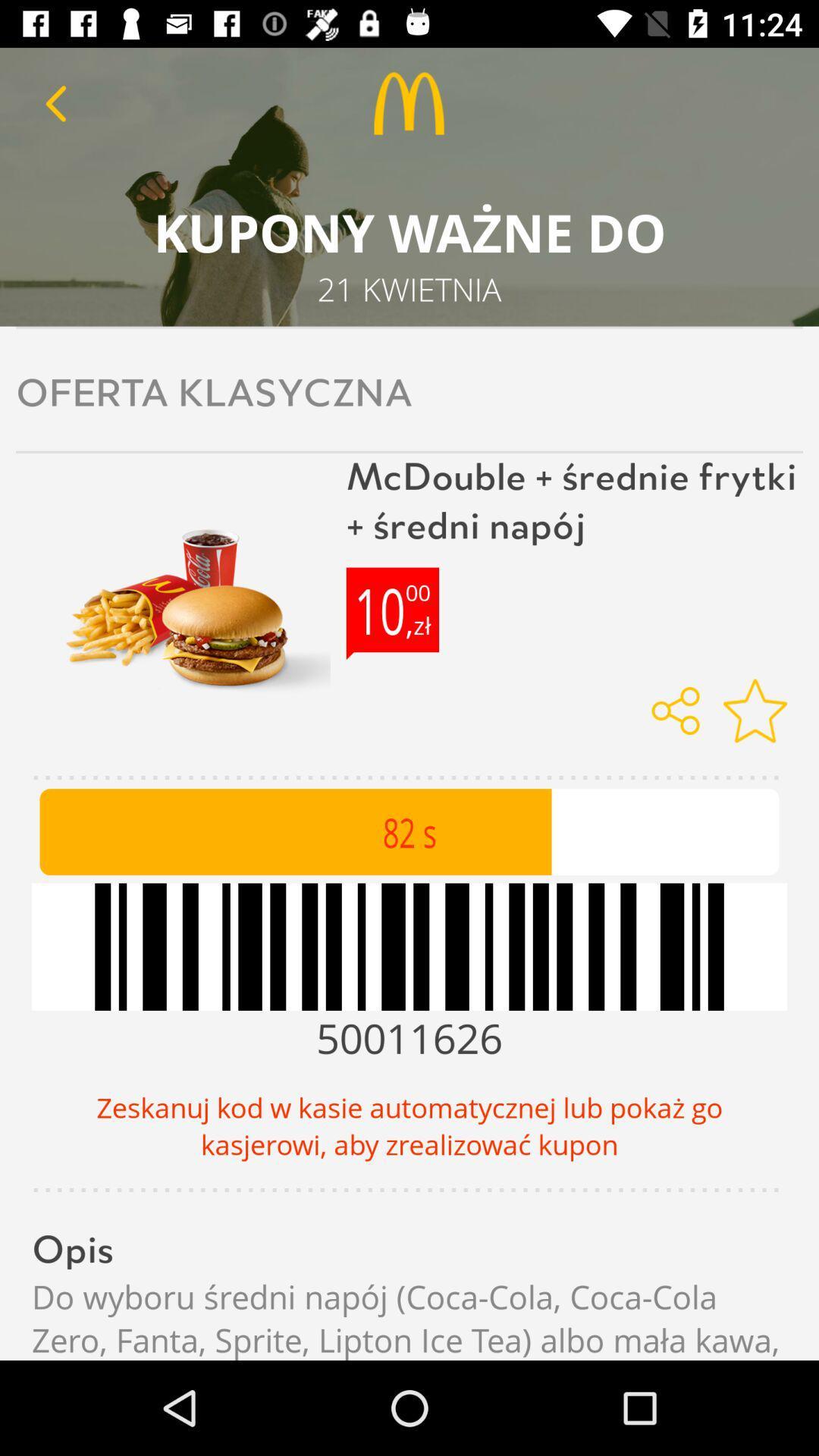 The width and height of the screenshot is (819, 1456). I want to click on setting button, so click(755, 710).